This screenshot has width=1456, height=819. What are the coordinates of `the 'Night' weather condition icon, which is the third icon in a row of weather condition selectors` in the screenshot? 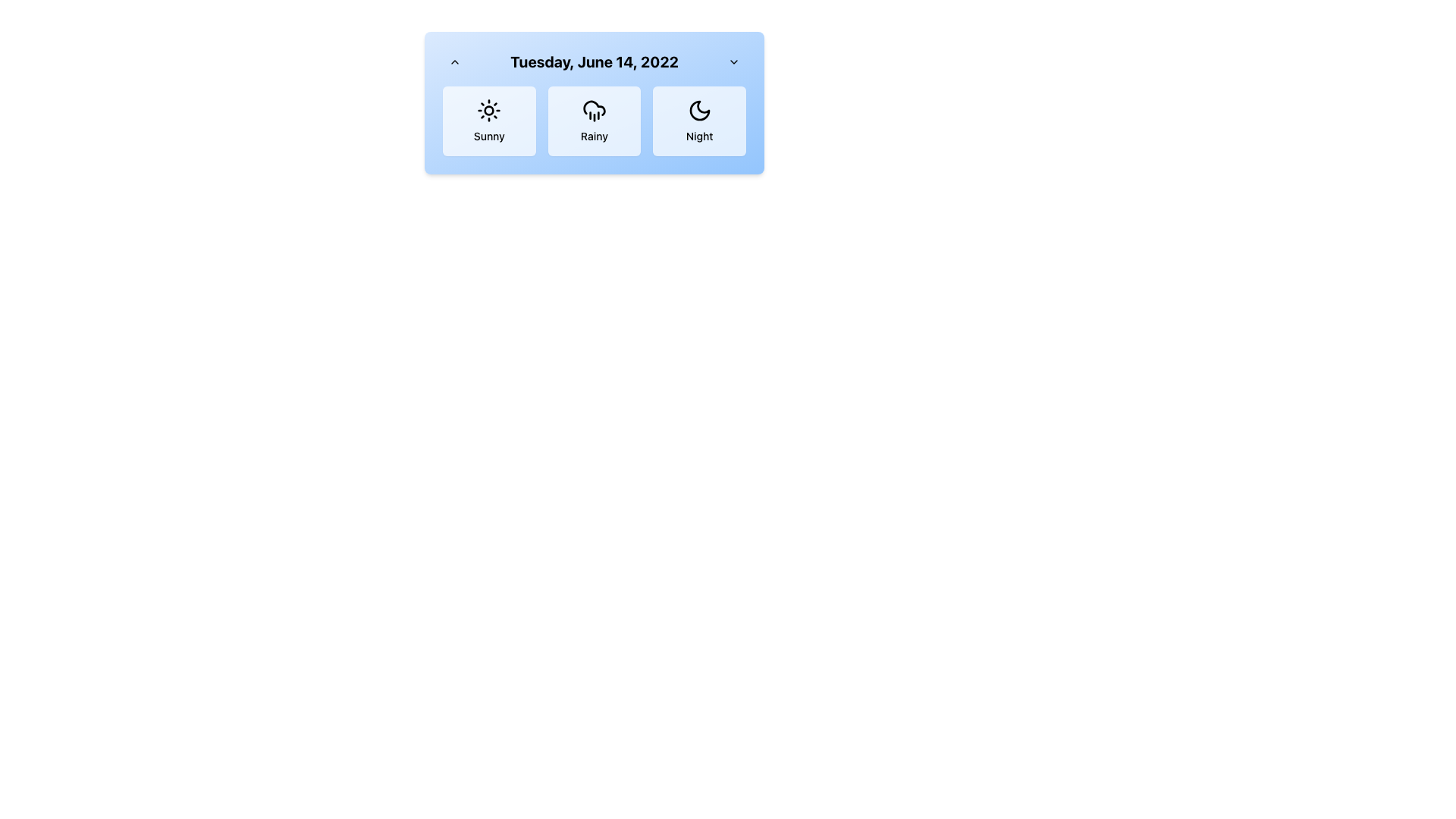 It's located at (698, 110).